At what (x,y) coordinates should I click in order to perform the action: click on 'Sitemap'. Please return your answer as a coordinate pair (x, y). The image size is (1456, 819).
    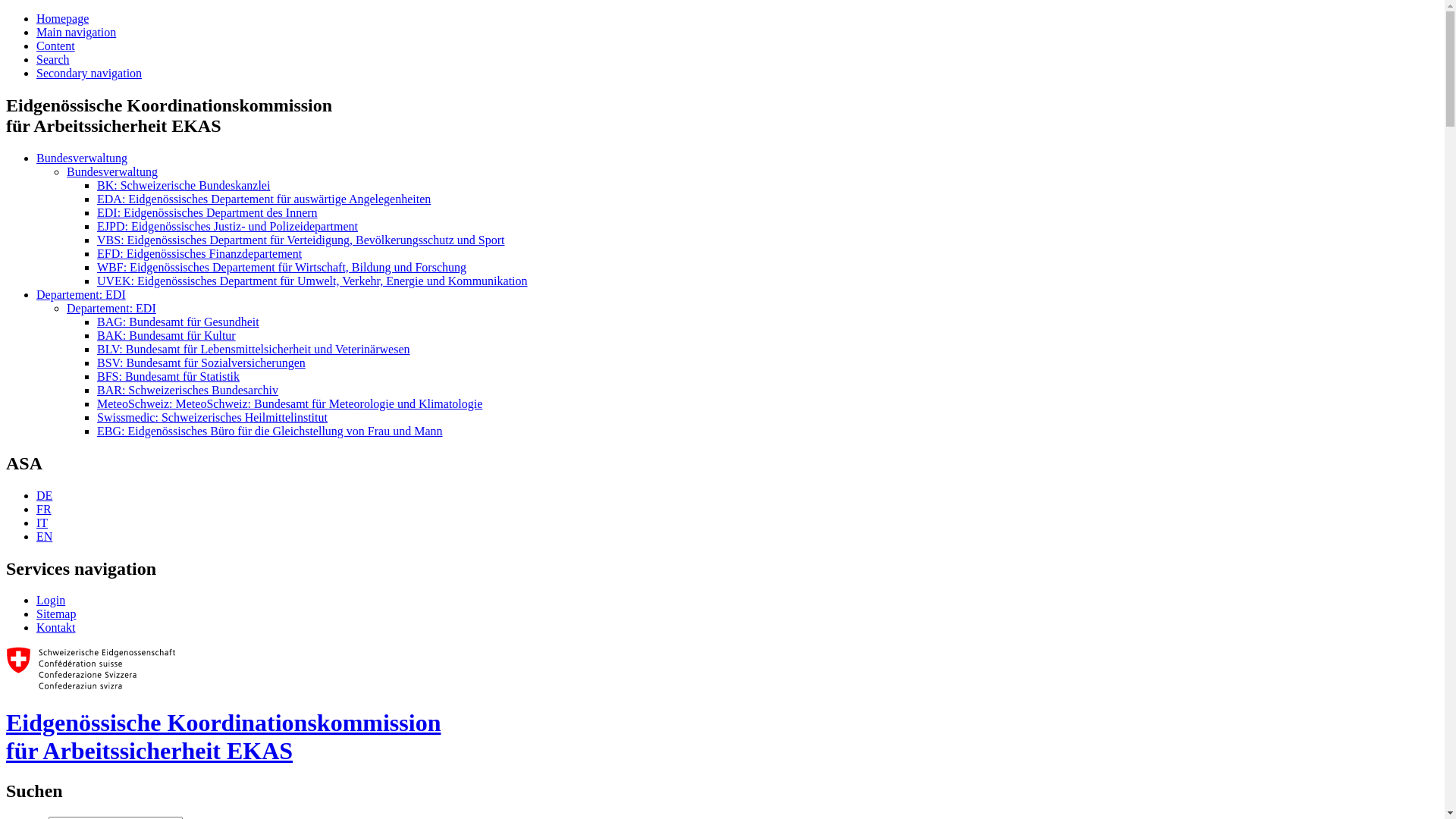
    Looking at the image, I should click on (55, 613).